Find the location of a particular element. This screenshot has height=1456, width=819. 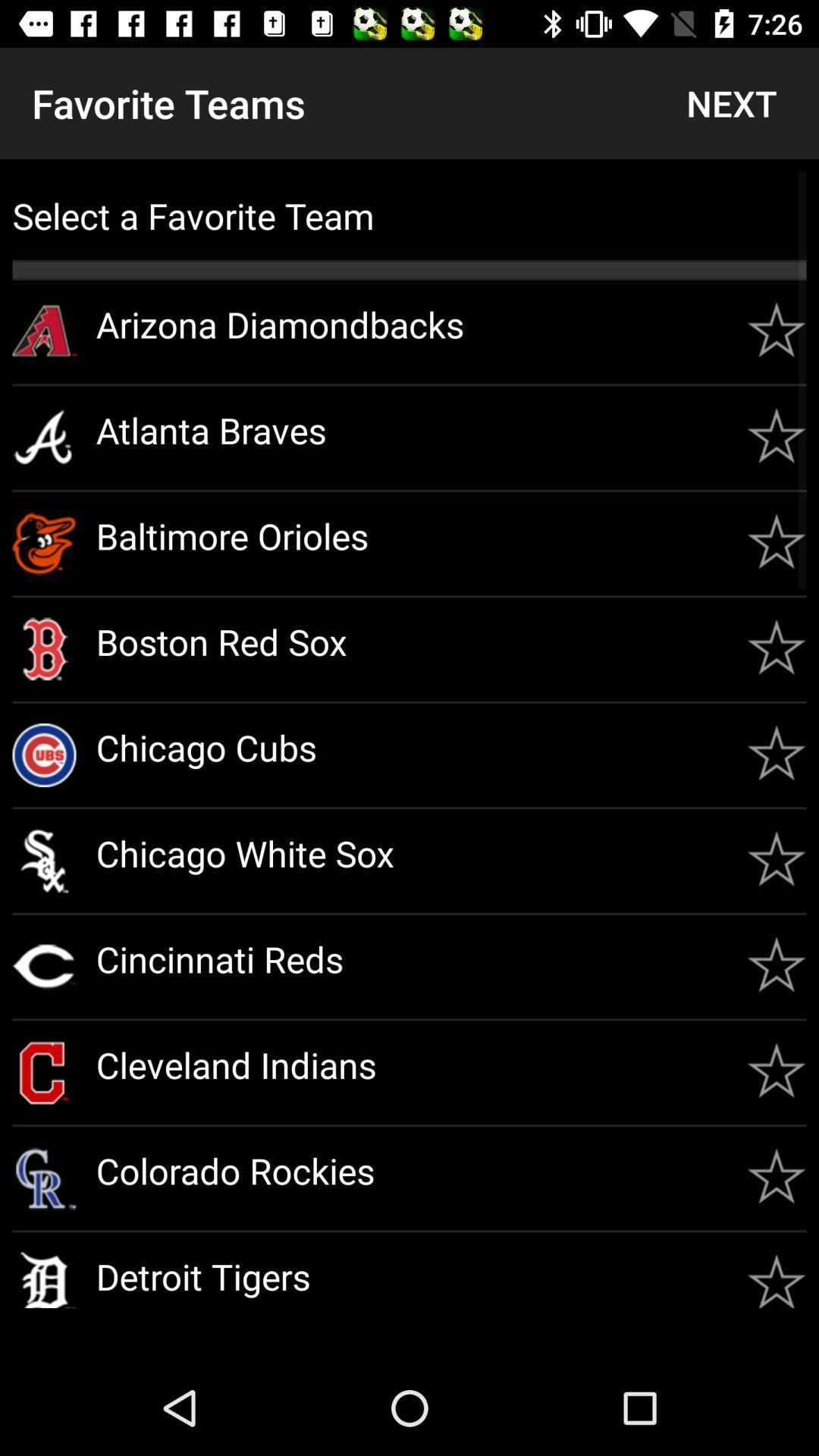

next item is located at coordinates (730, 102).